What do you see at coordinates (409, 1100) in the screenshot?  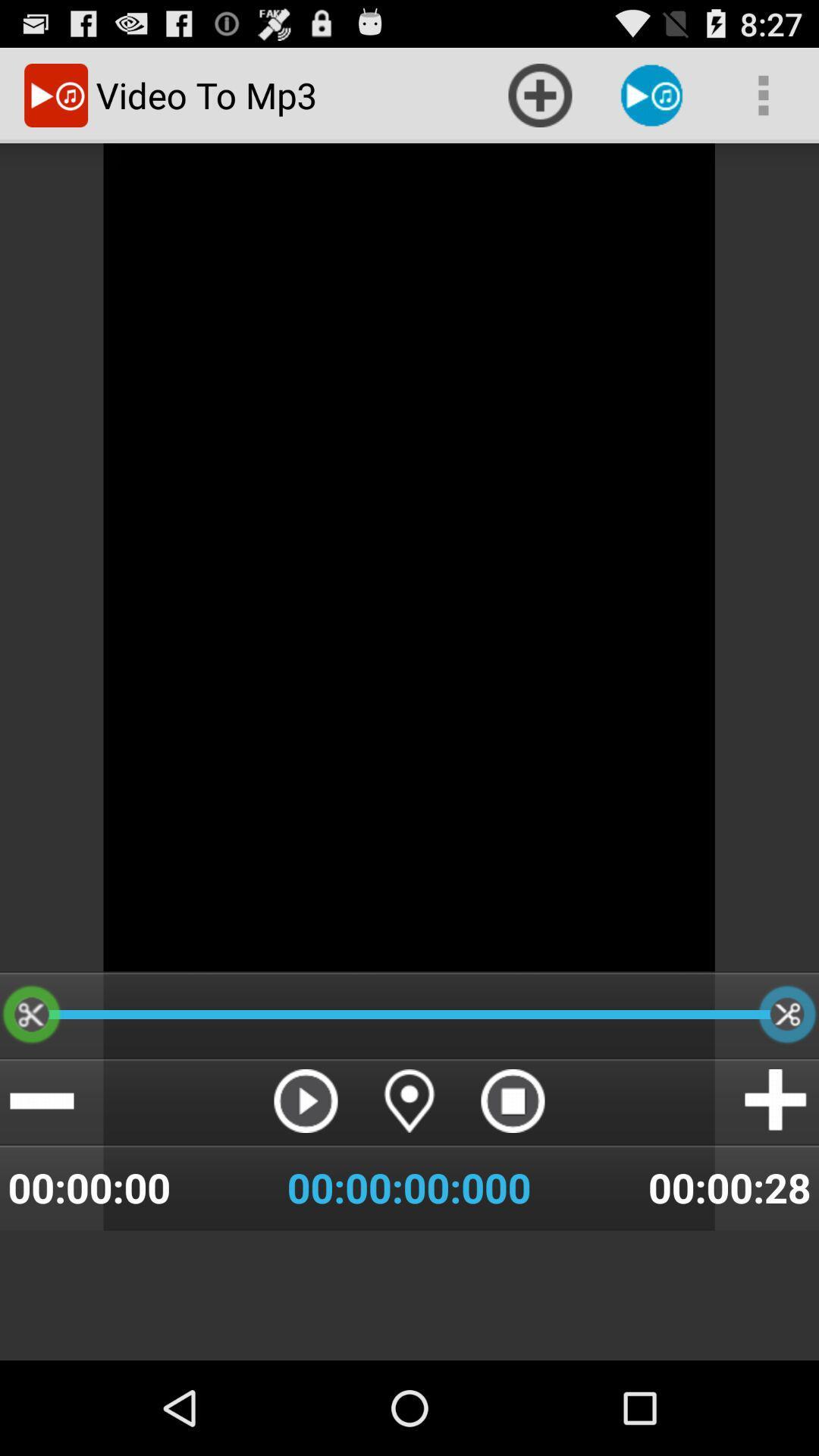 I see `app above the 00 00 00` at bounding box center [409, 1100].